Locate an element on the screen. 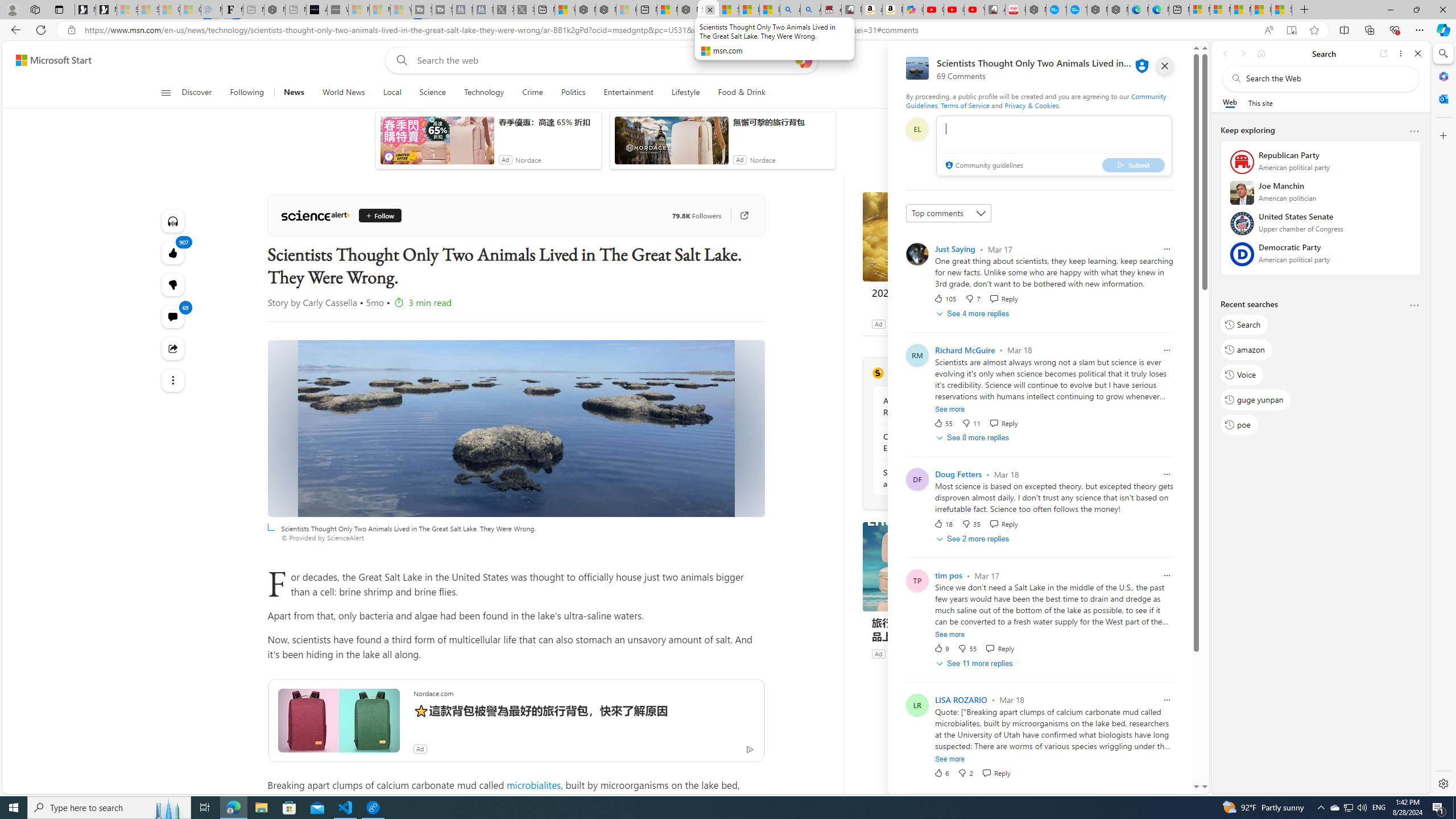 The height and width of the screenshot is (819, 1456). 'Settings' is located at coordinates (1442, 783).